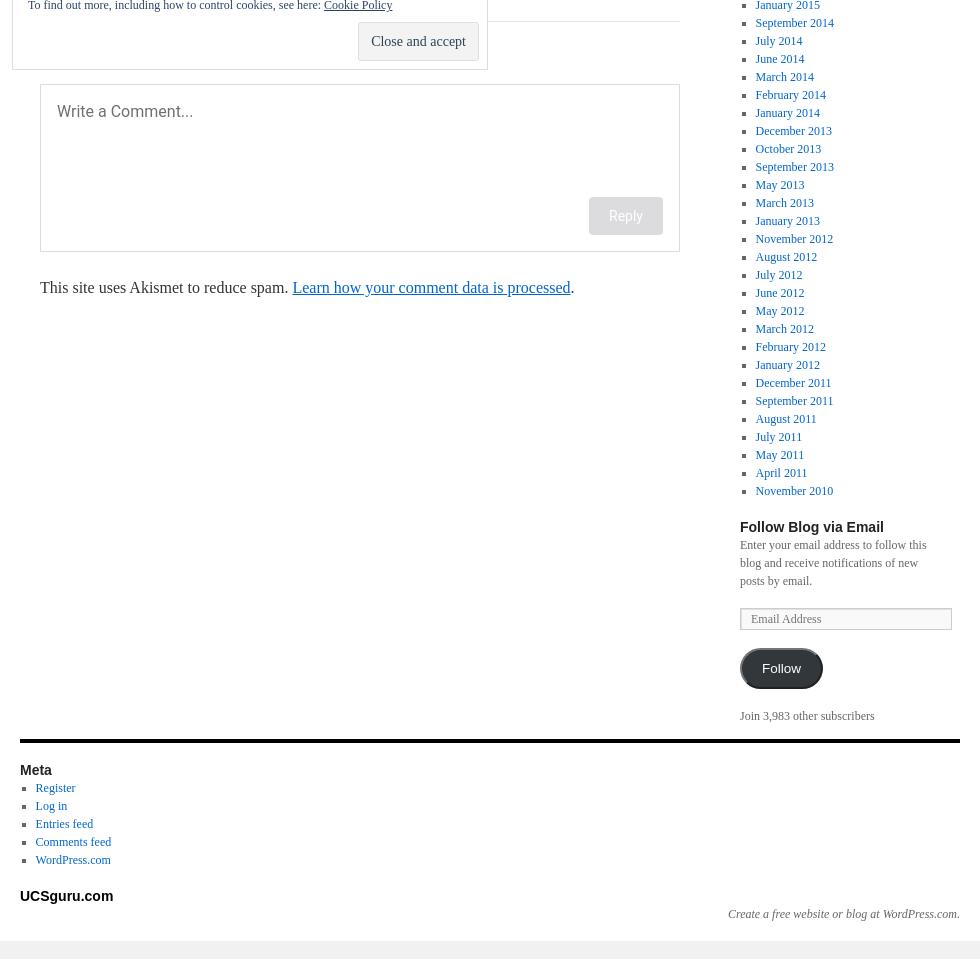 This screenshot has height=959, width=980. Describe the element at coordinates (793, 165) in the screenshot. I see `'September 2013'` at that location.